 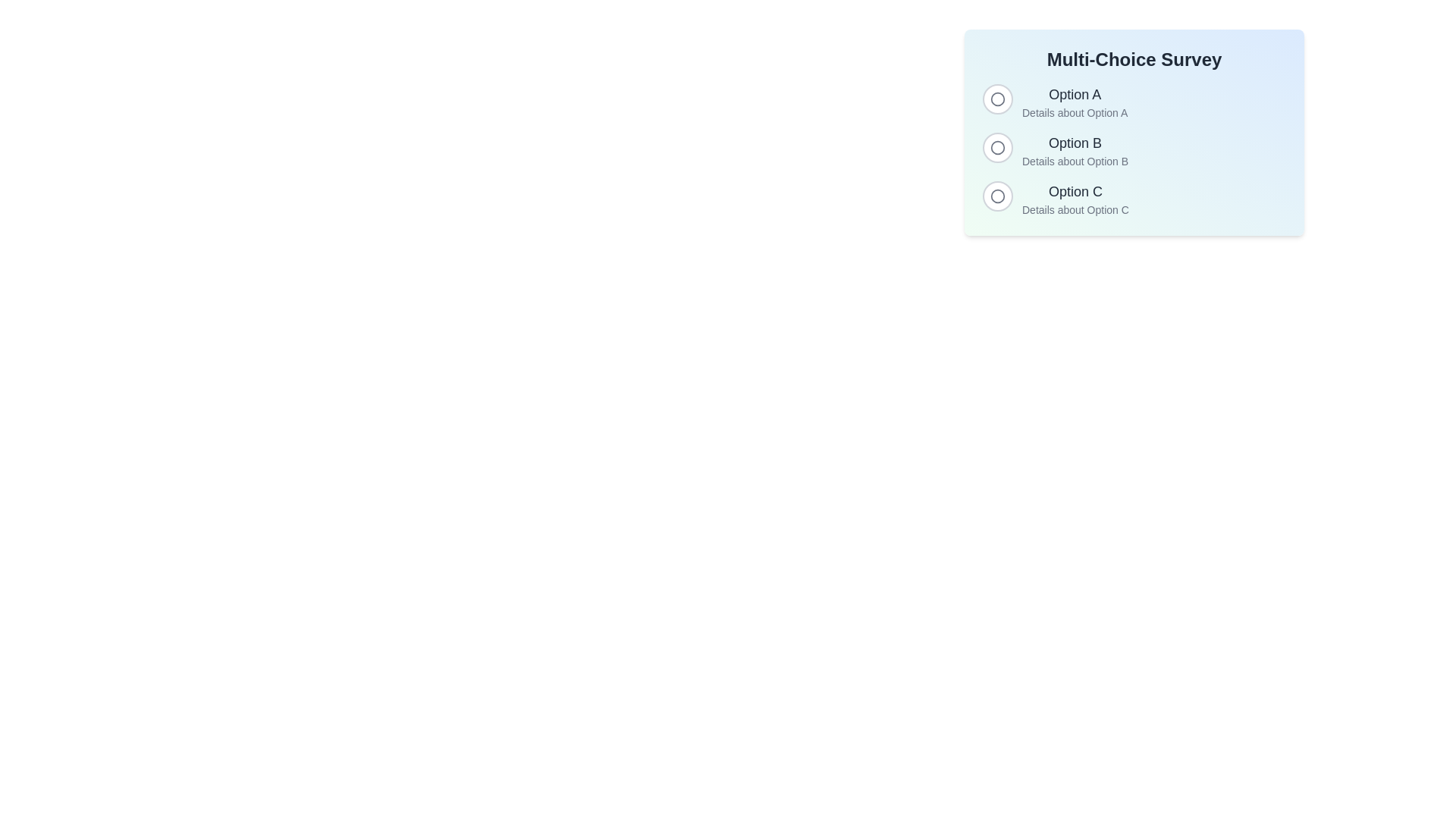 I want to click on the circular radio button marker adjacent to 'Option C', so click(x=997, y=195).